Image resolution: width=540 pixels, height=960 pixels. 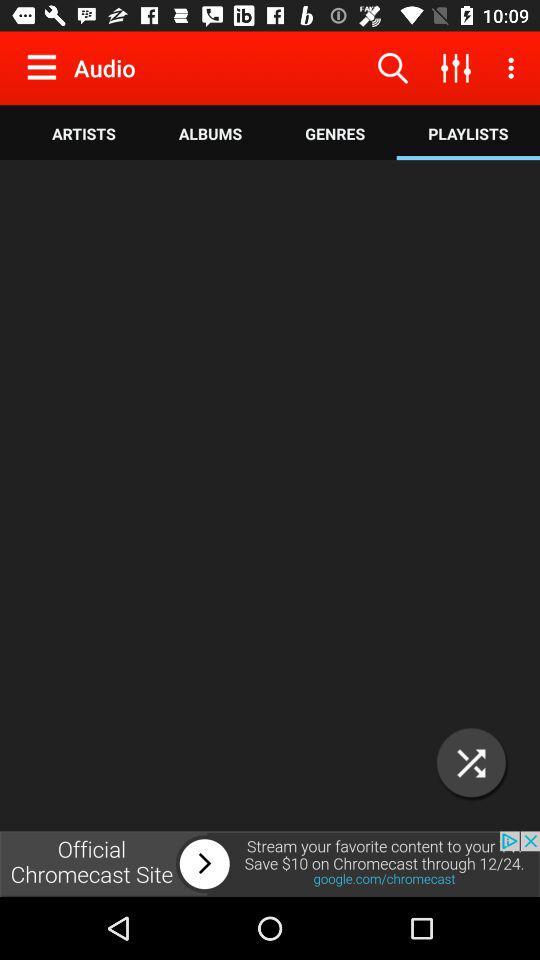 I want to click on description, so click(x=270, y=496).